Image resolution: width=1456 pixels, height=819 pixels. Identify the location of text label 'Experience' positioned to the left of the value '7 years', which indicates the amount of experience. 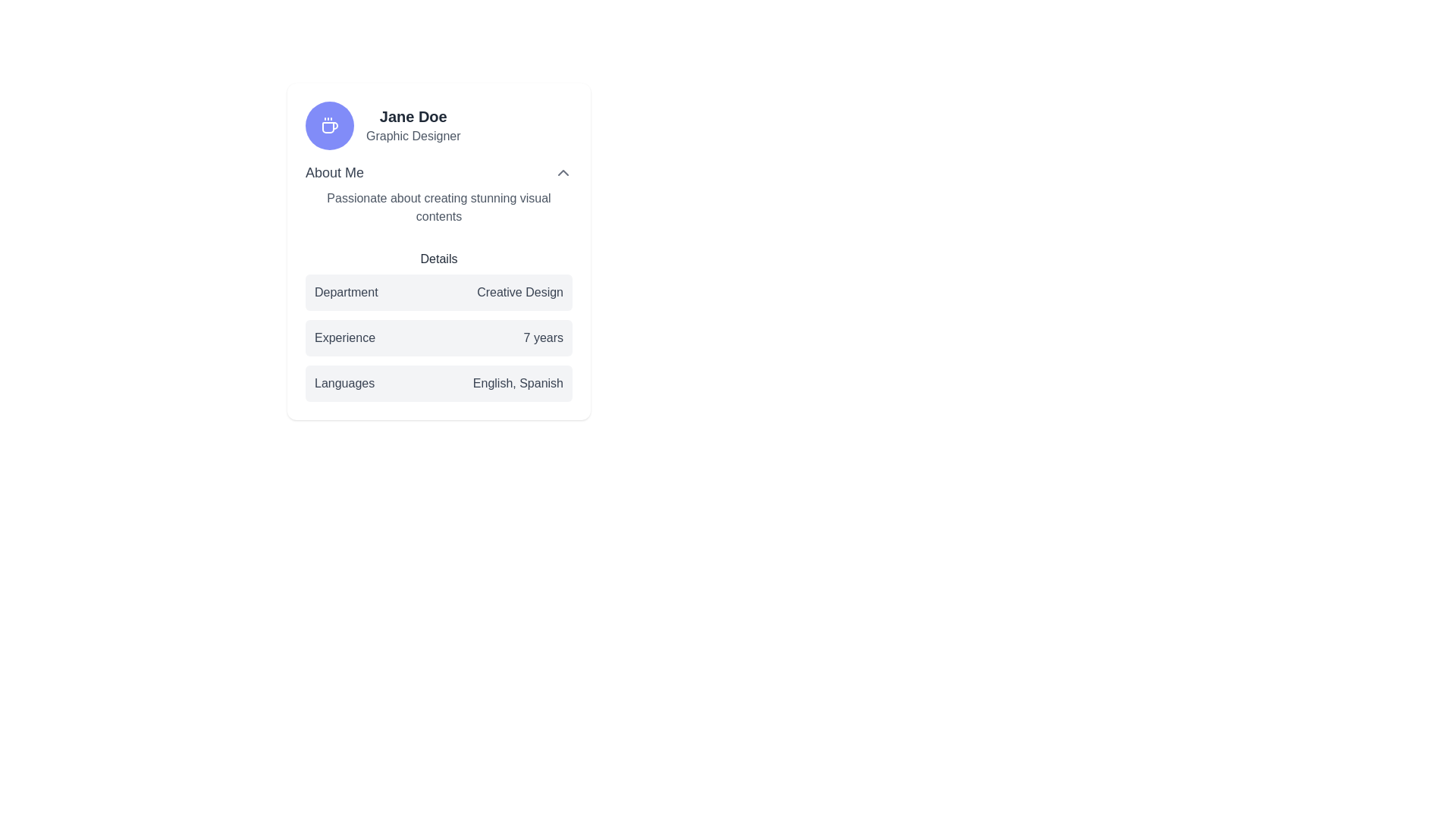
(344, 337).